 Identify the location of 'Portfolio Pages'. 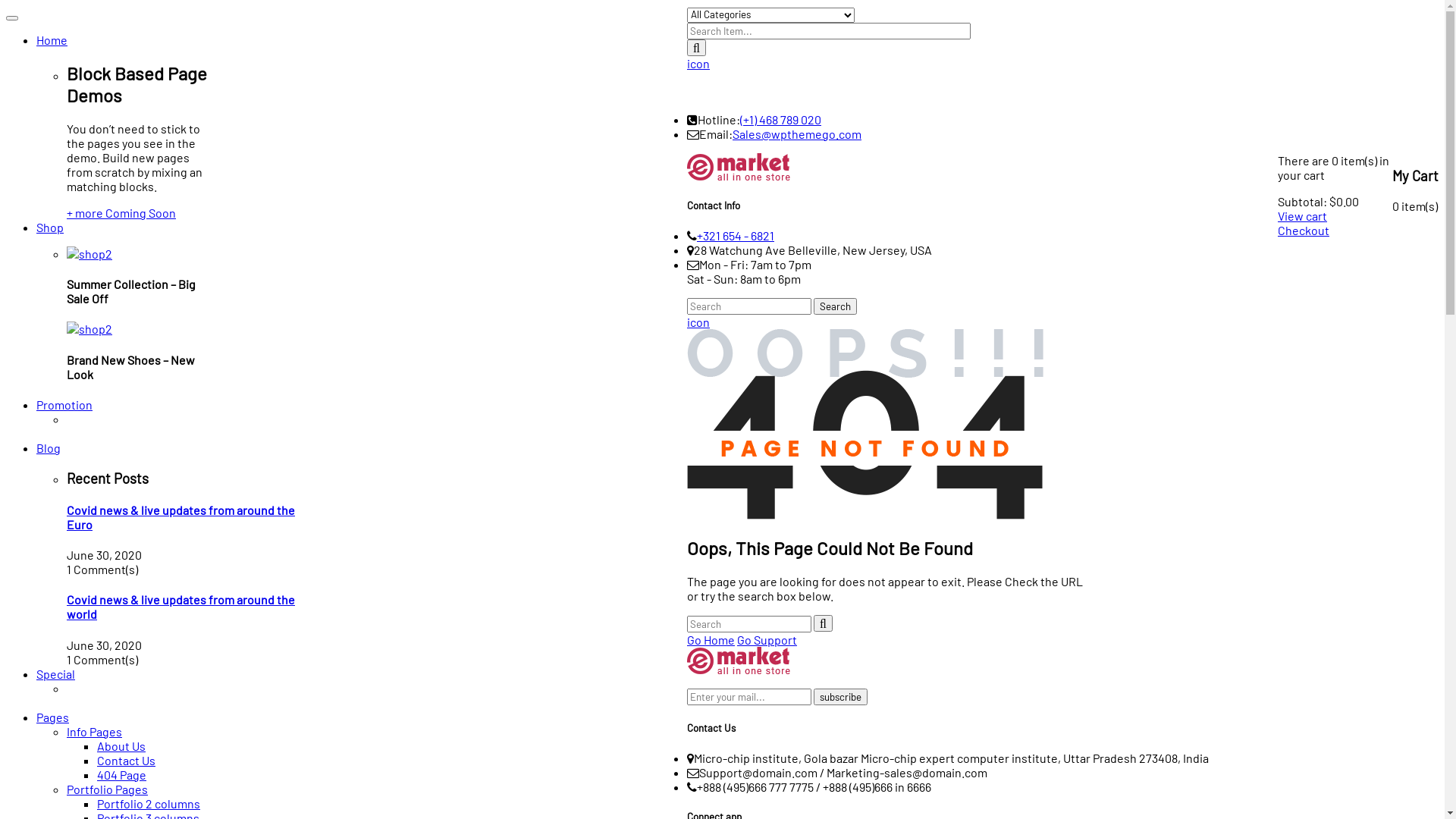
(106, 788).